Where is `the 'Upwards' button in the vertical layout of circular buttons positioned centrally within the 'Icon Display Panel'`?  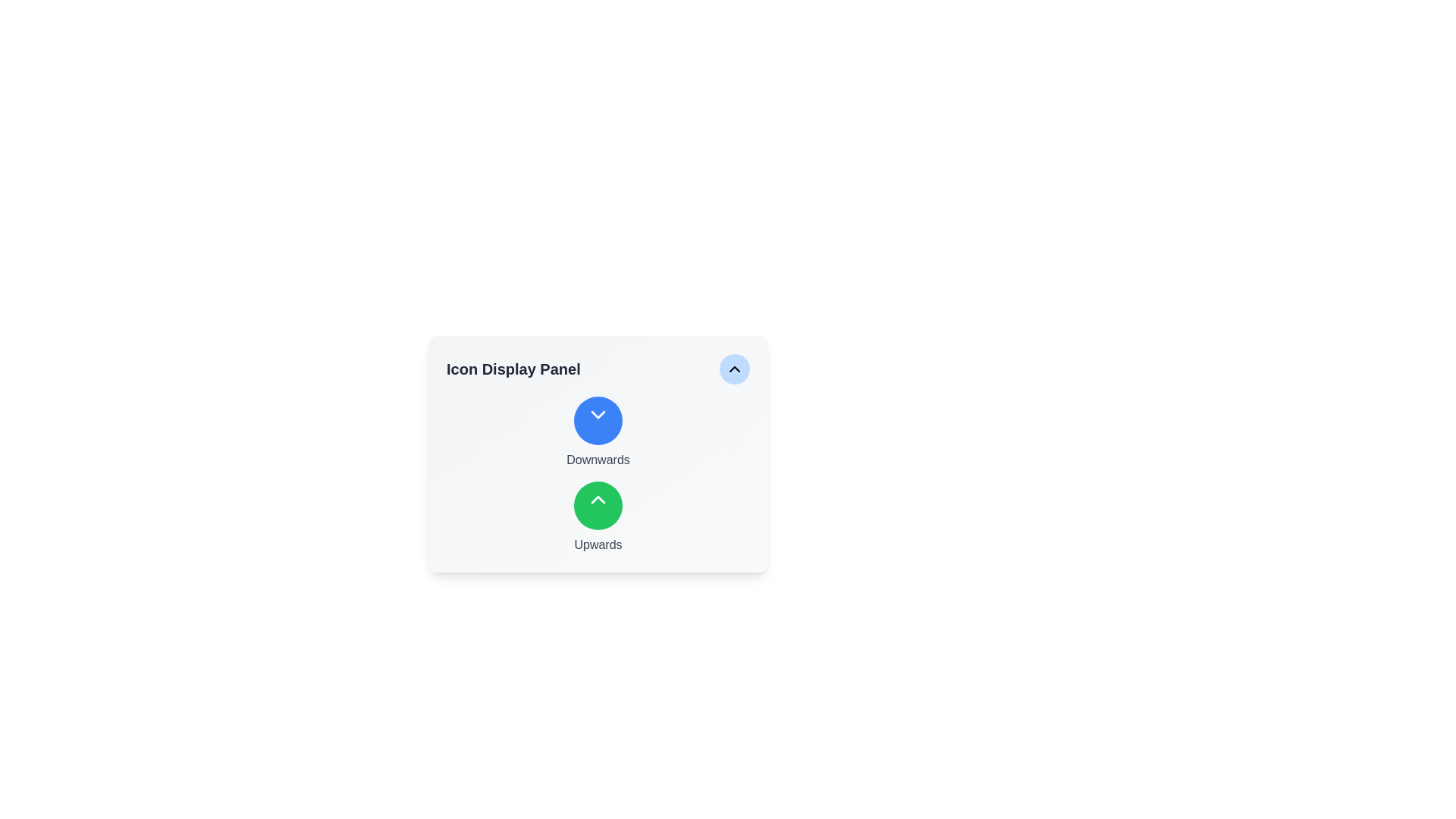 the 'Upwards' button in the vertical layout of circular buttons positioned centrally within the 'Icon Display Panel' is located at coordinates (597, 475).